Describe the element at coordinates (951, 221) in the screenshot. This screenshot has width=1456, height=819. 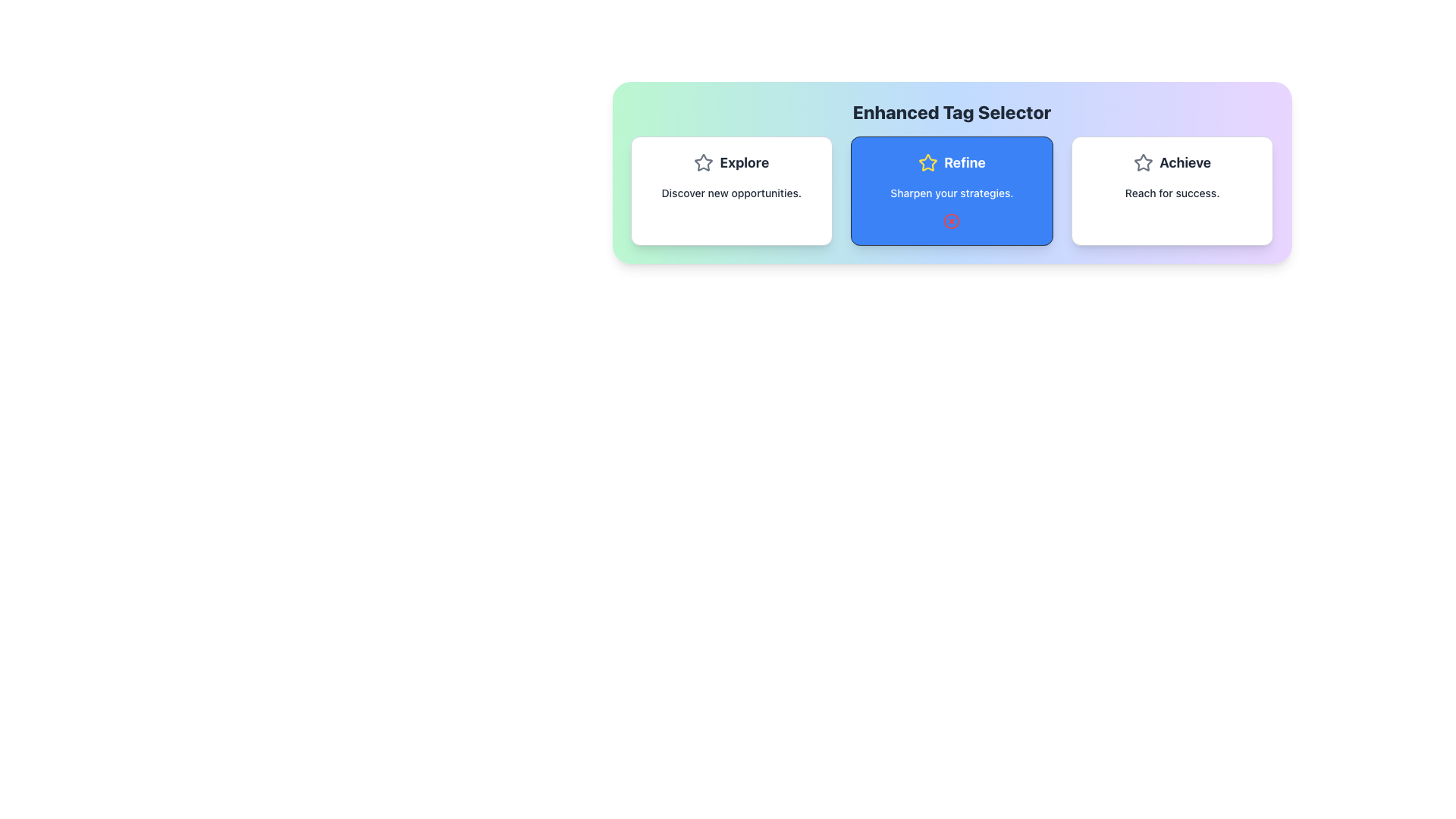
I see `the red circular Close icon with a cross in the middle, located in the lower central part of the 'Refine' card under the text 'Sharpen your strategies.'` at that location.